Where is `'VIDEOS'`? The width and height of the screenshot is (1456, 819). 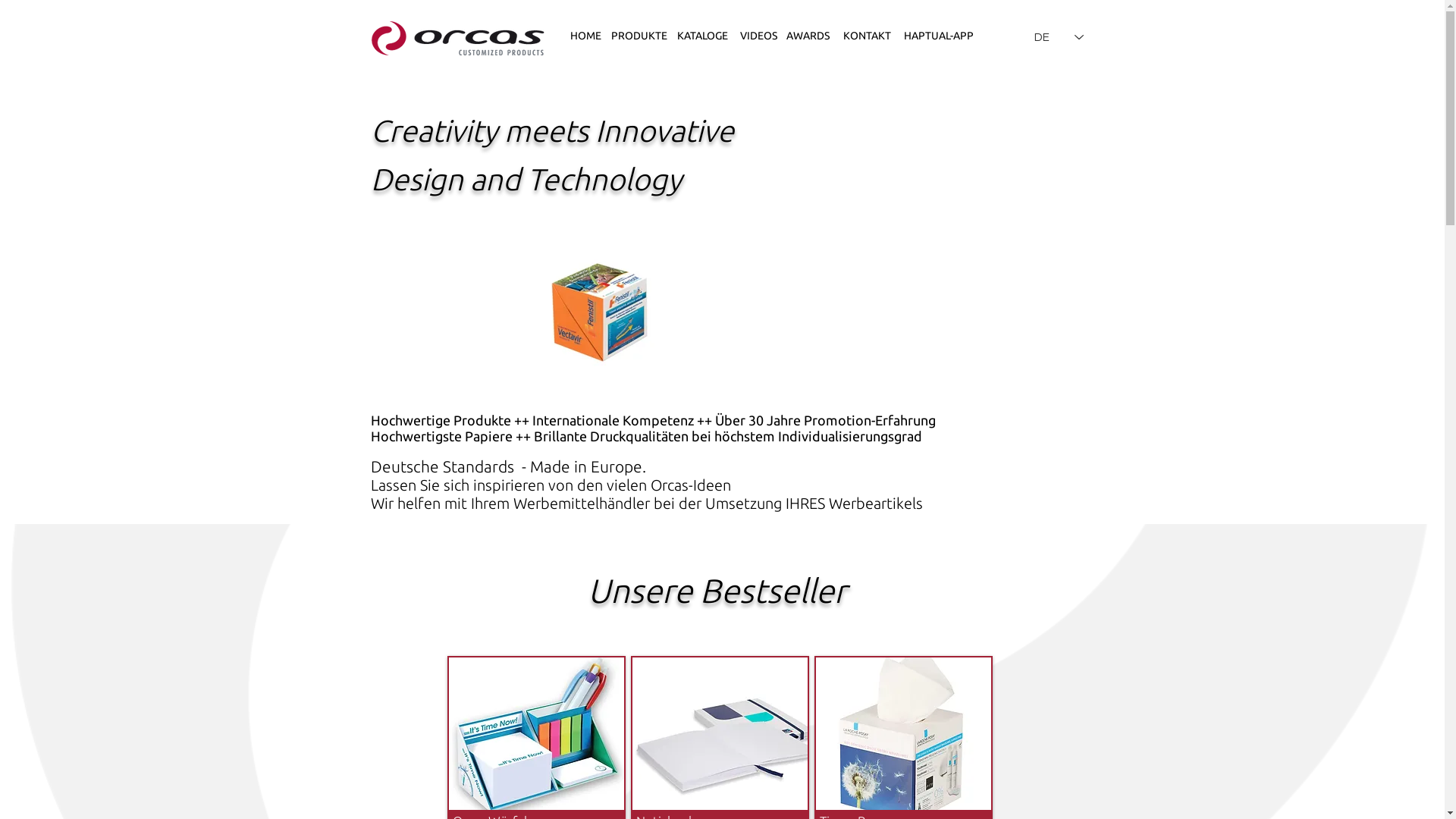
'VIDEOS' is located at coordinates (758, 35).